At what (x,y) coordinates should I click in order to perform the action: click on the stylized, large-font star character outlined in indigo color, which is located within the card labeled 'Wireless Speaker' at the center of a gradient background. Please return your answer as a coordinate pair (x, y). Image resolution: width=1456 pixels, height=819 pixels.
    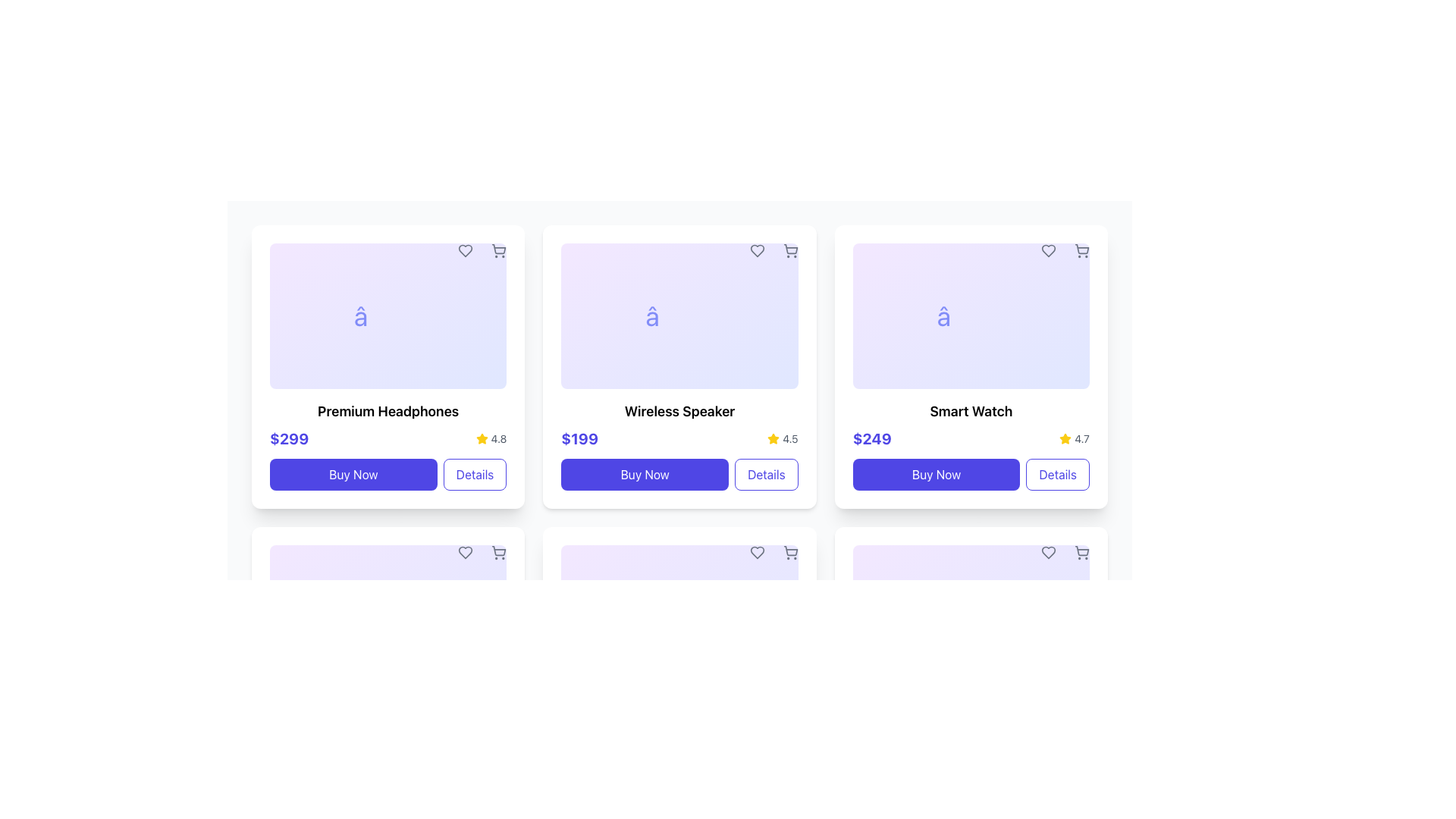
    Looking at the image, I should click on (679, 315).